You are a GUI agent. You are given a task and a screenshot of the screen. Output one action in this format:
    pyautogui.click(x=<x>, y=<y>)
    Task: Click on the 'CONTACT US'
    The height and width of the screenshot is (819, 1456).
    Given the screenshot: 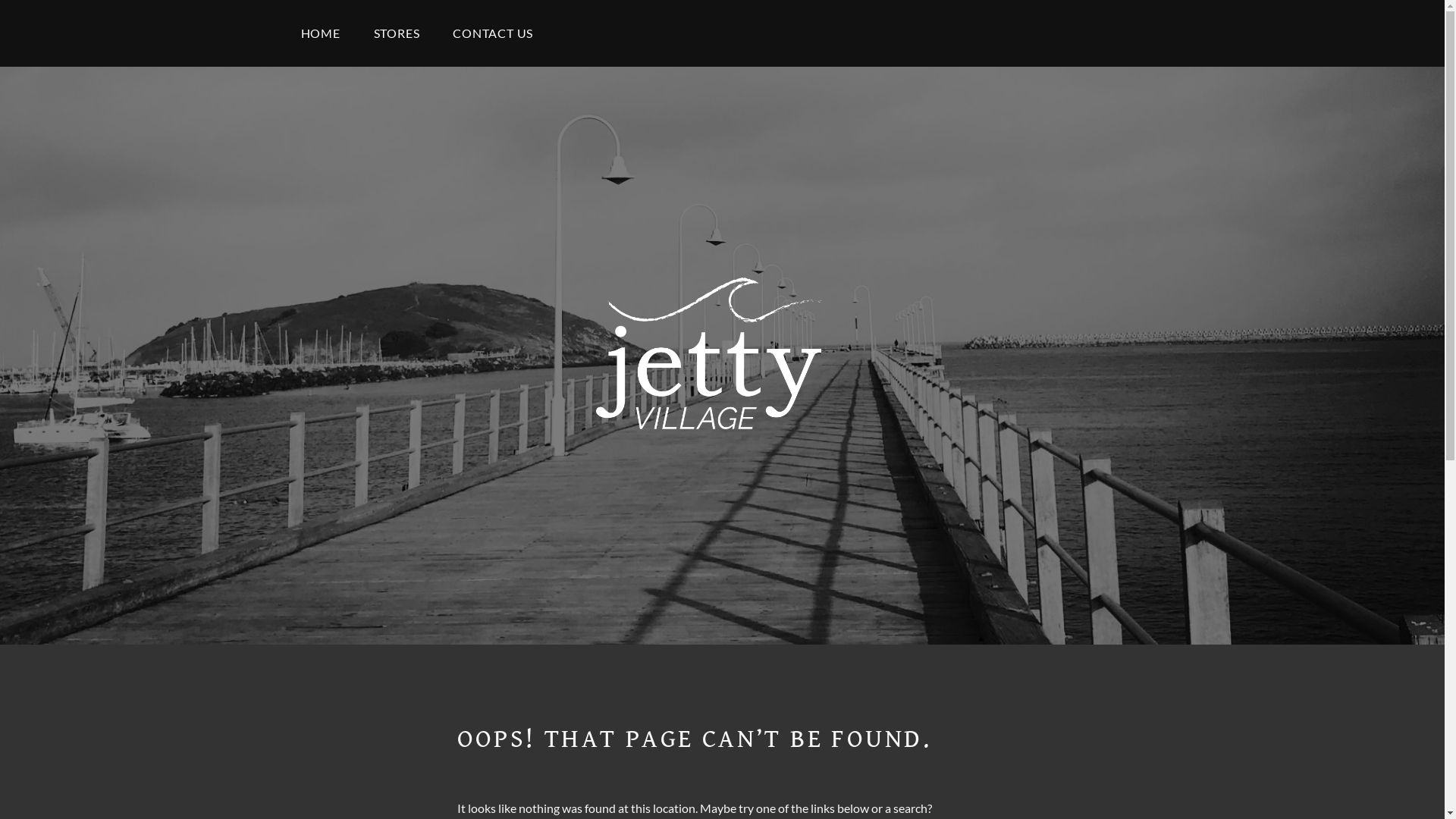 What is the action you would take?
    pyautogui.click(x=436, y=33)
    